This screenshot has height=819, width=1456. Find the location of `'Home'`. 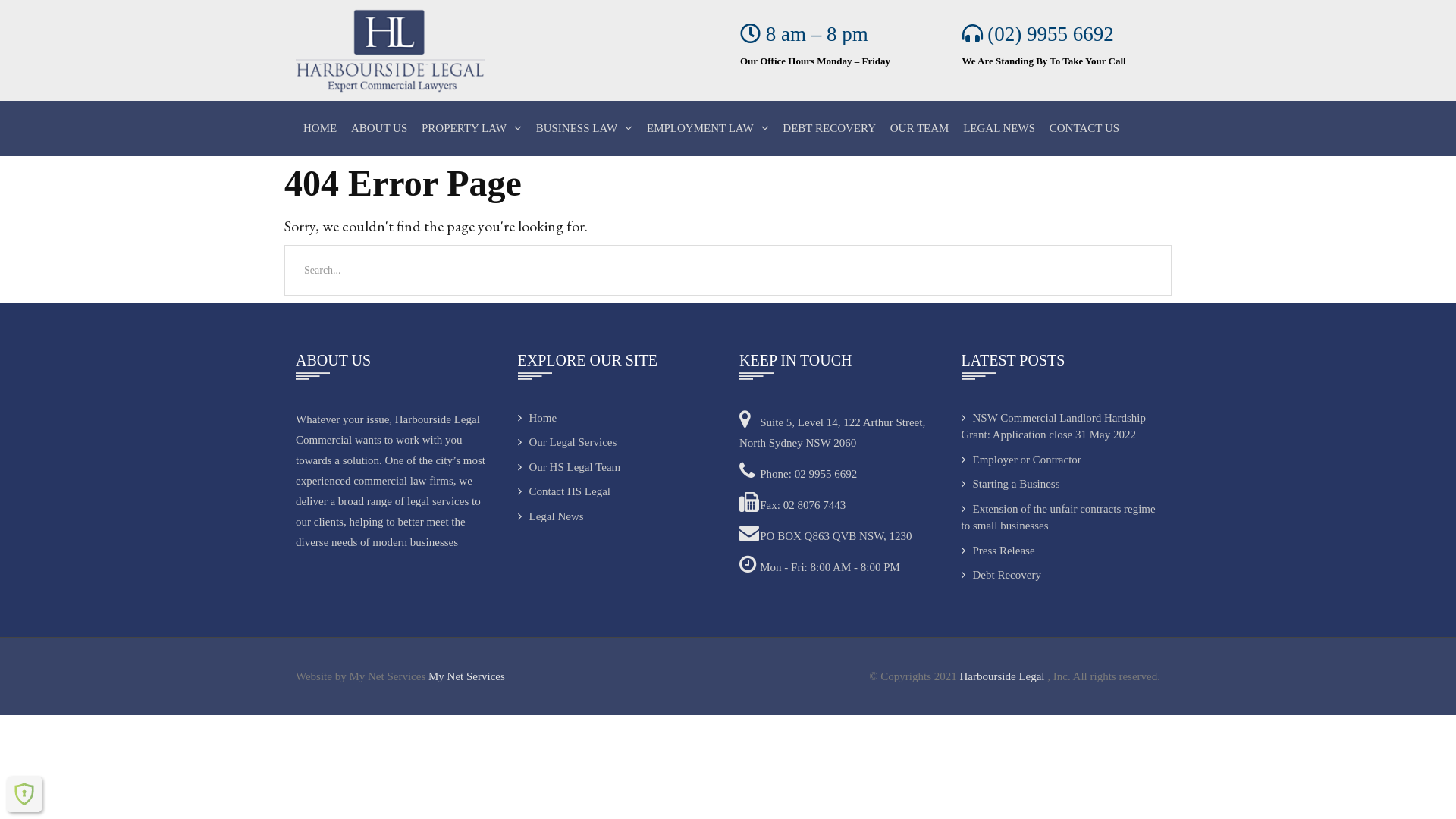

'Home' is located at coordinates (537, 417).